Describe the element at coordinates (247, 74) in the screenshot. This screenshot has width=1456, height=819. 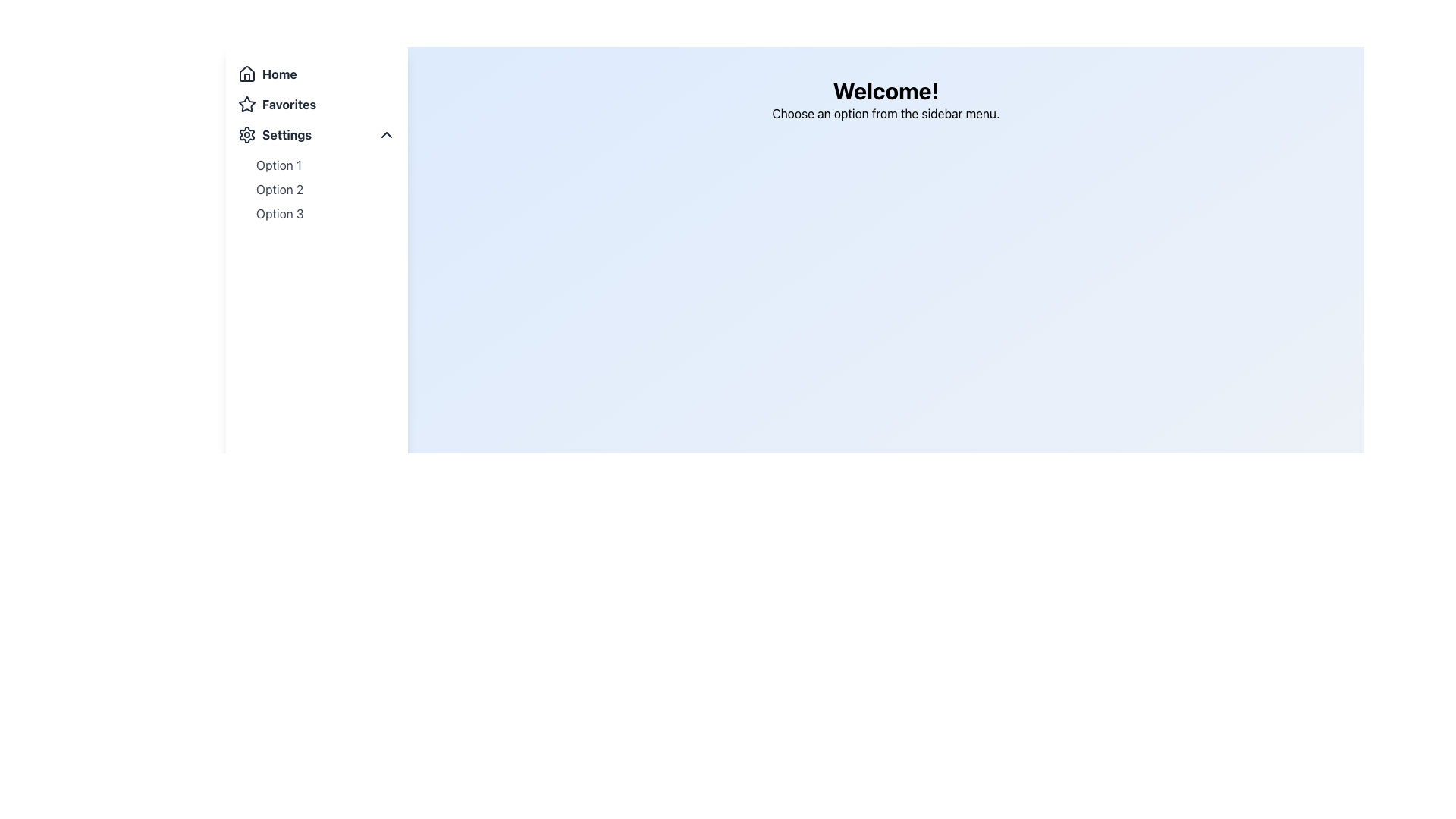
I see `the house-shaped icon located in the top-left part of the side navigation bar` at that location.